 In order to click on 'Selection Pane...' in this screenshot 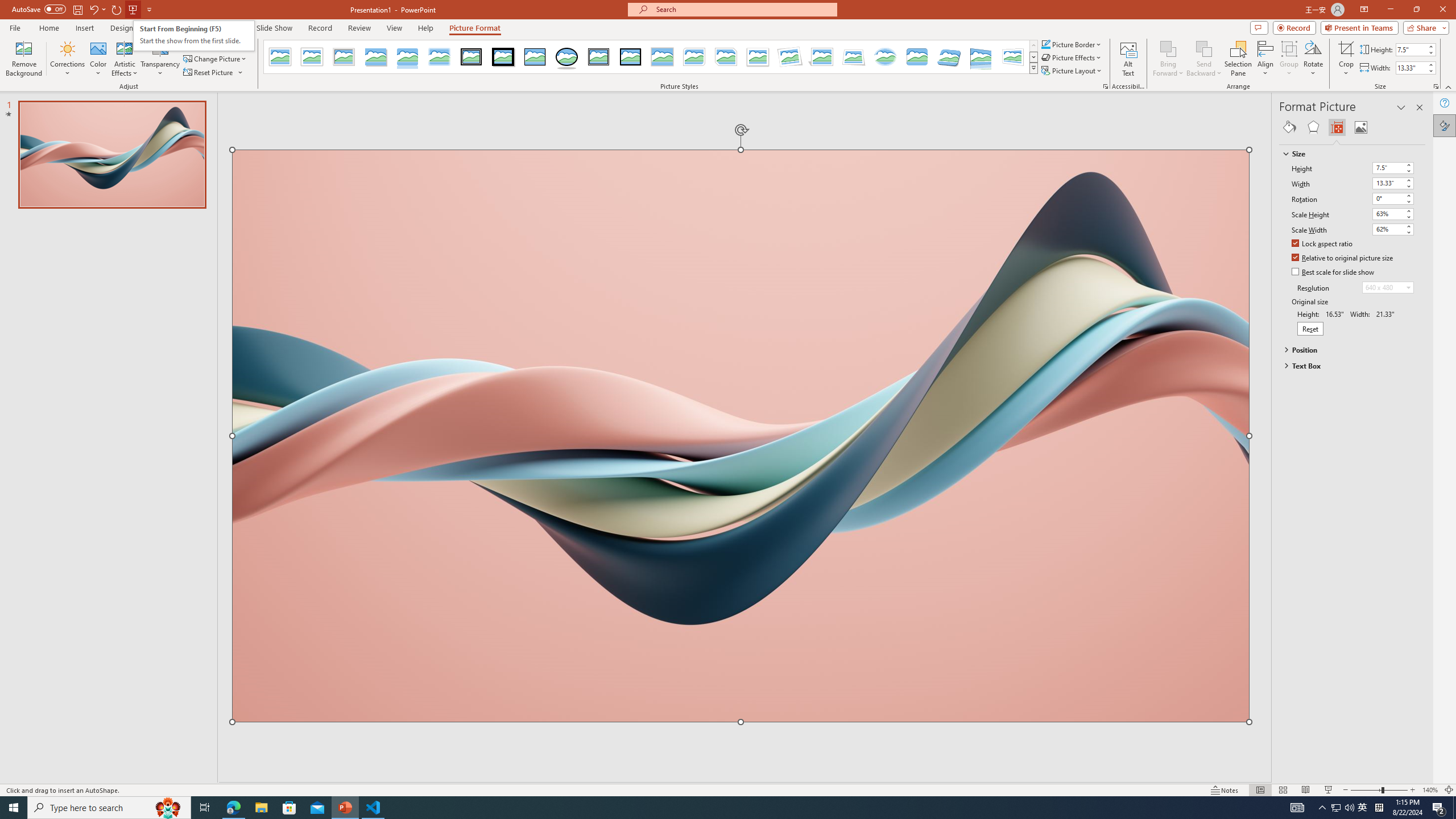, I will do `click(1238, 59)`.